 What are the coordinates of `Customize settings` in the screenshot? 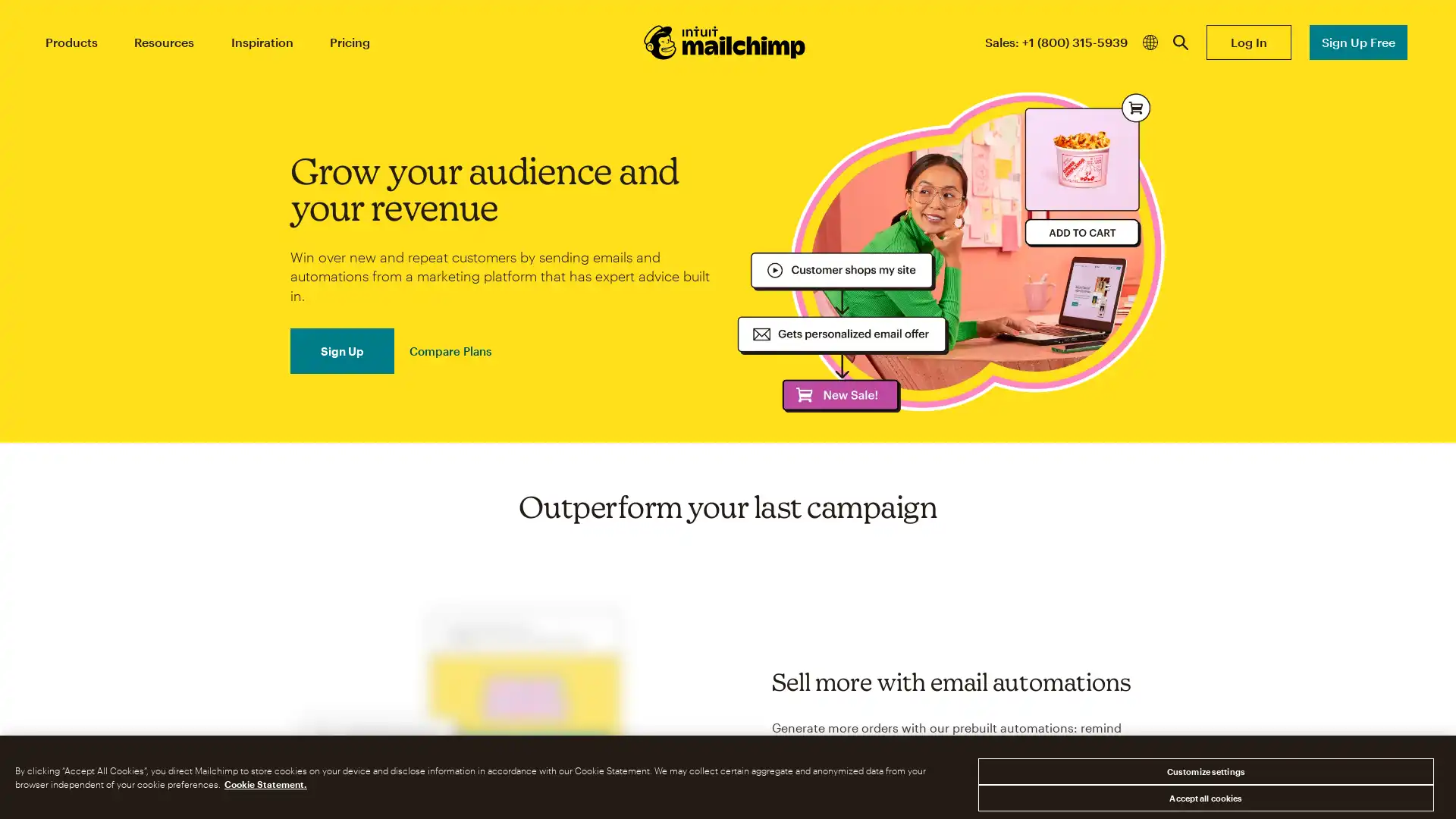 It's located at (1204, 771).